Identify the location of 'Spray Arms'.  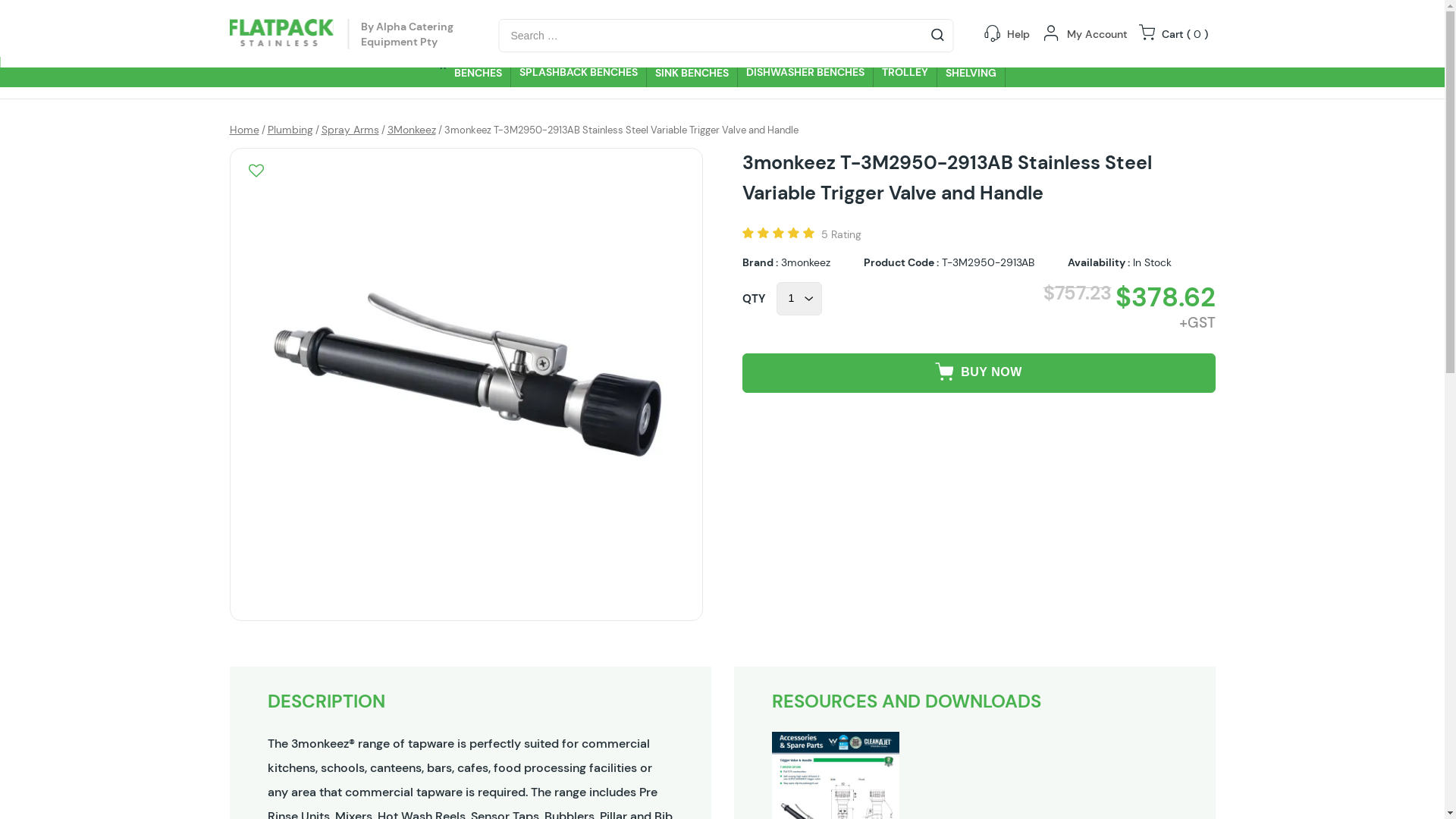
(349, 128).